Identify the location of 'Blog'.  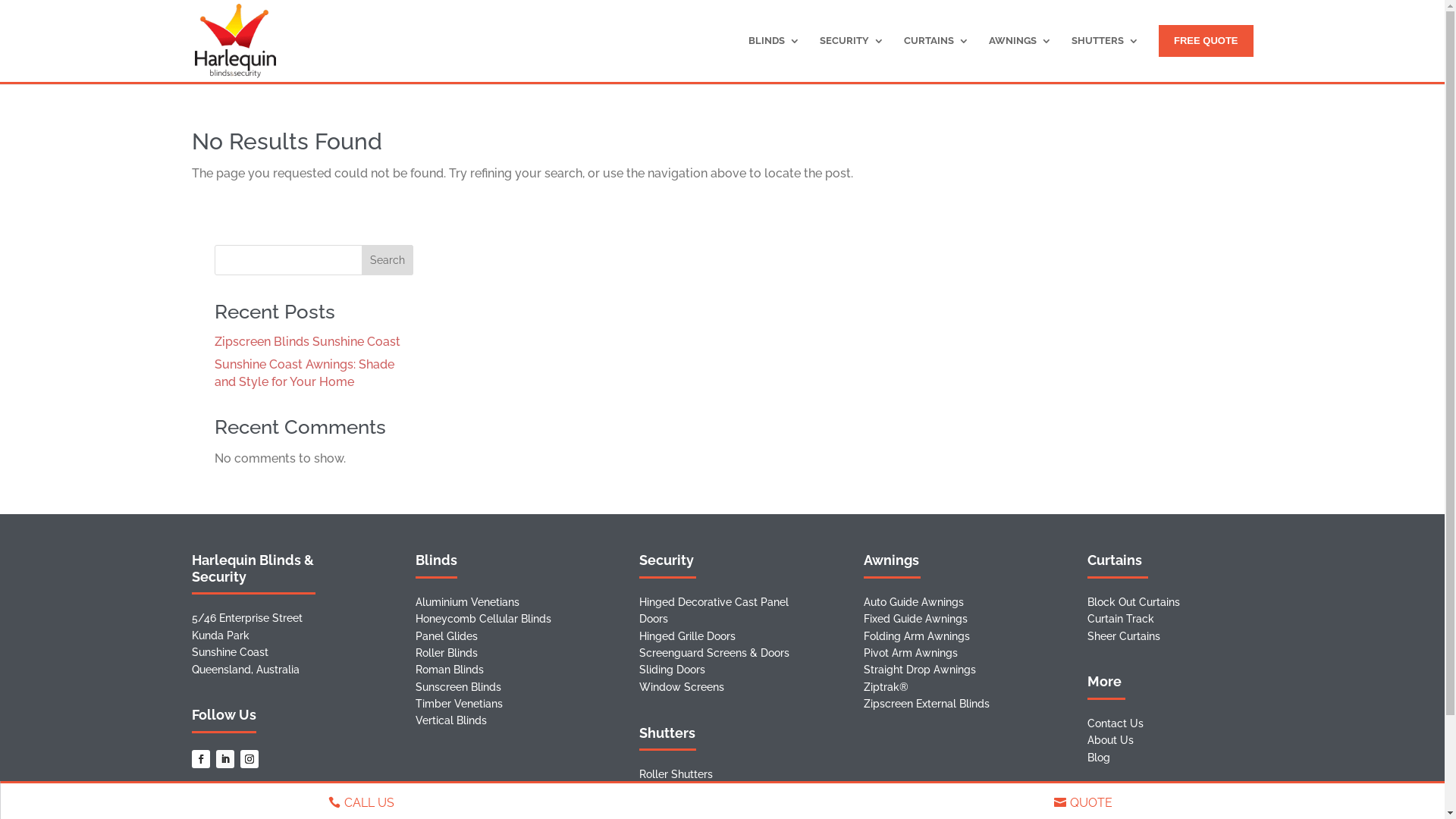
(1099, 758).